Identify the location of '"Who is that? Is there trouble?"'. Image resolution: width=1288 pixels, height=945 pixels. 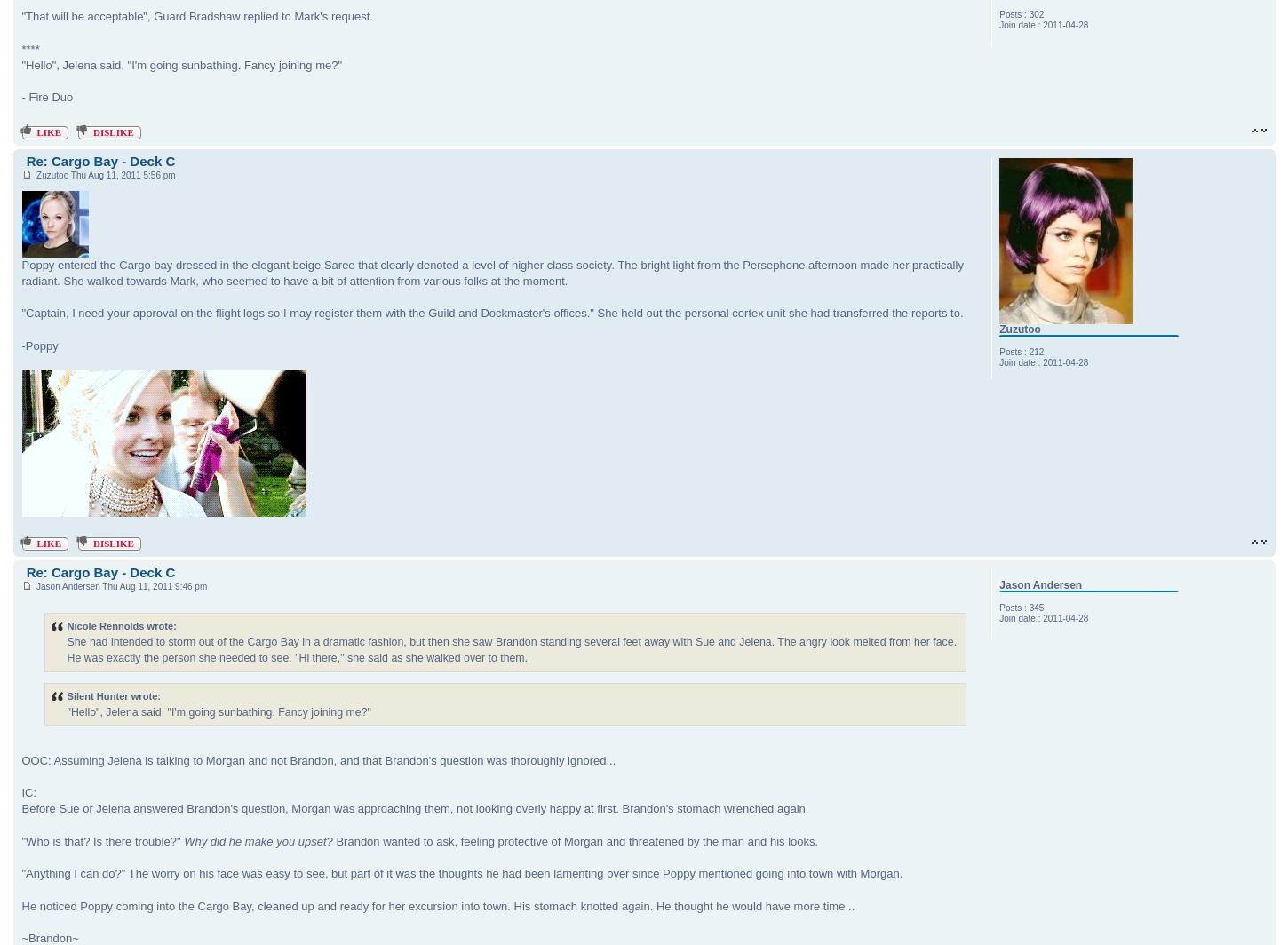
(21, 840).